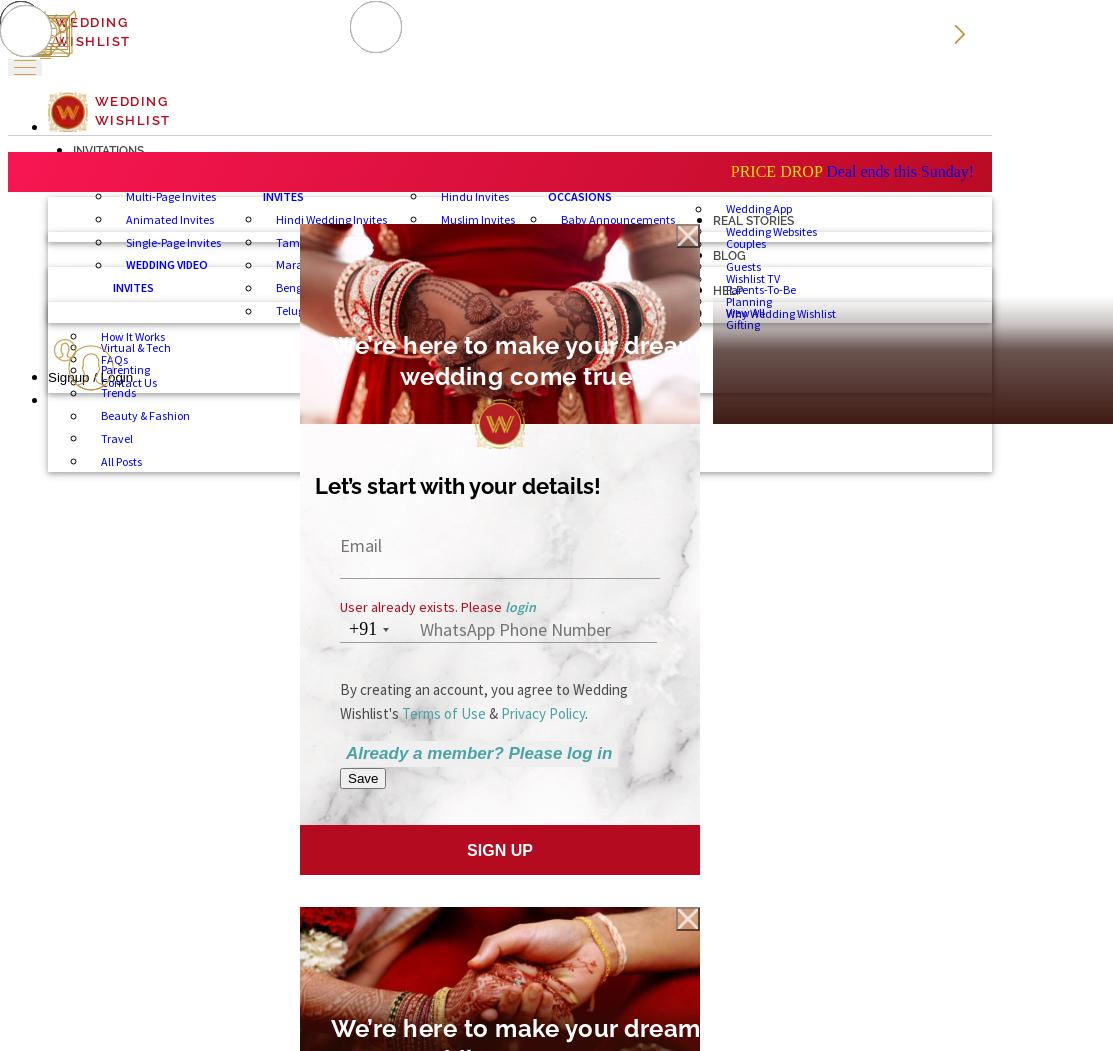  Describe the element at coordinates (504, 606) in the screenshot. I see `'login'` at that location.